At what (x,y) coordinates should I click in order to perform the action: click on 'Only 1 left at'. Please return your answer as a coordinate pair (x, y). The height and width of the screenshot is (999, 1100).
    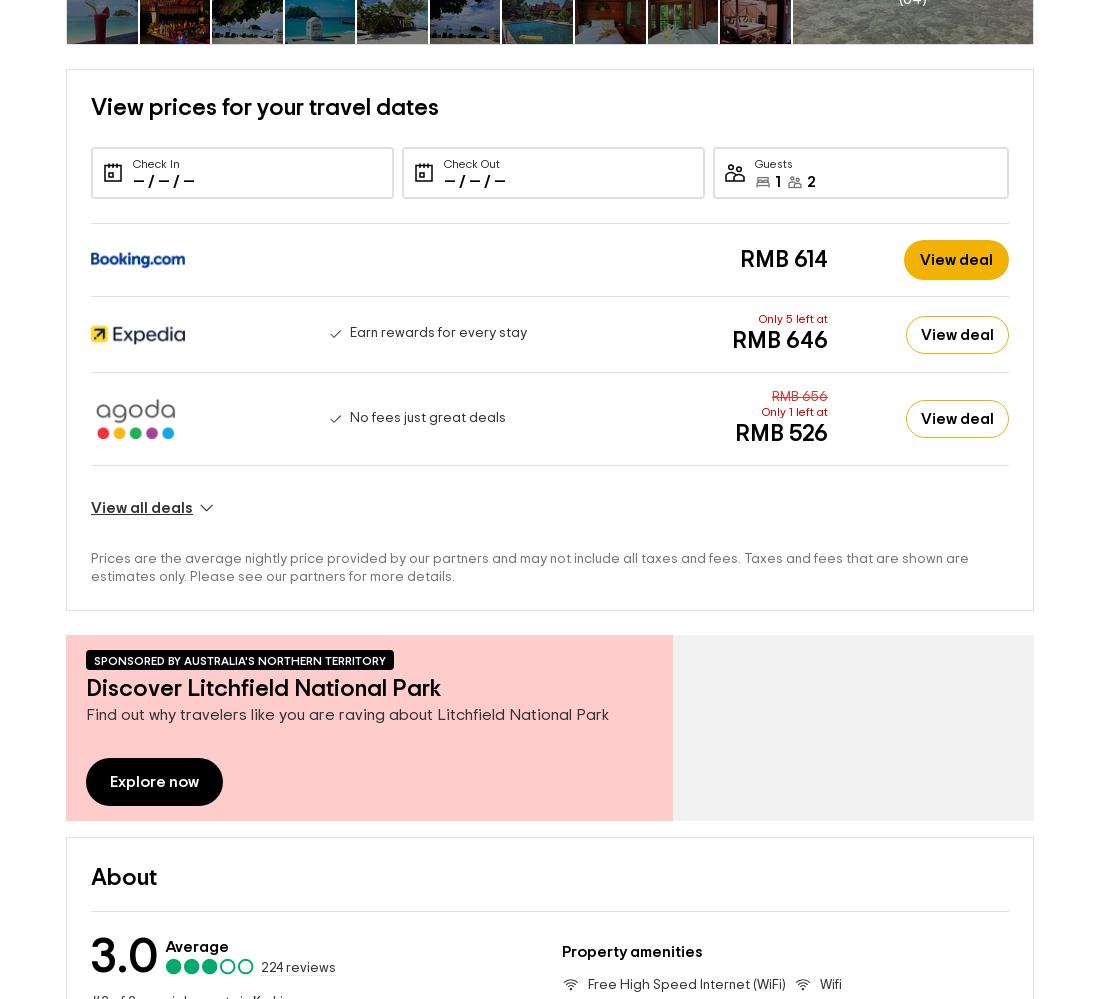
    Looking at the image, I should click on (794, 380).